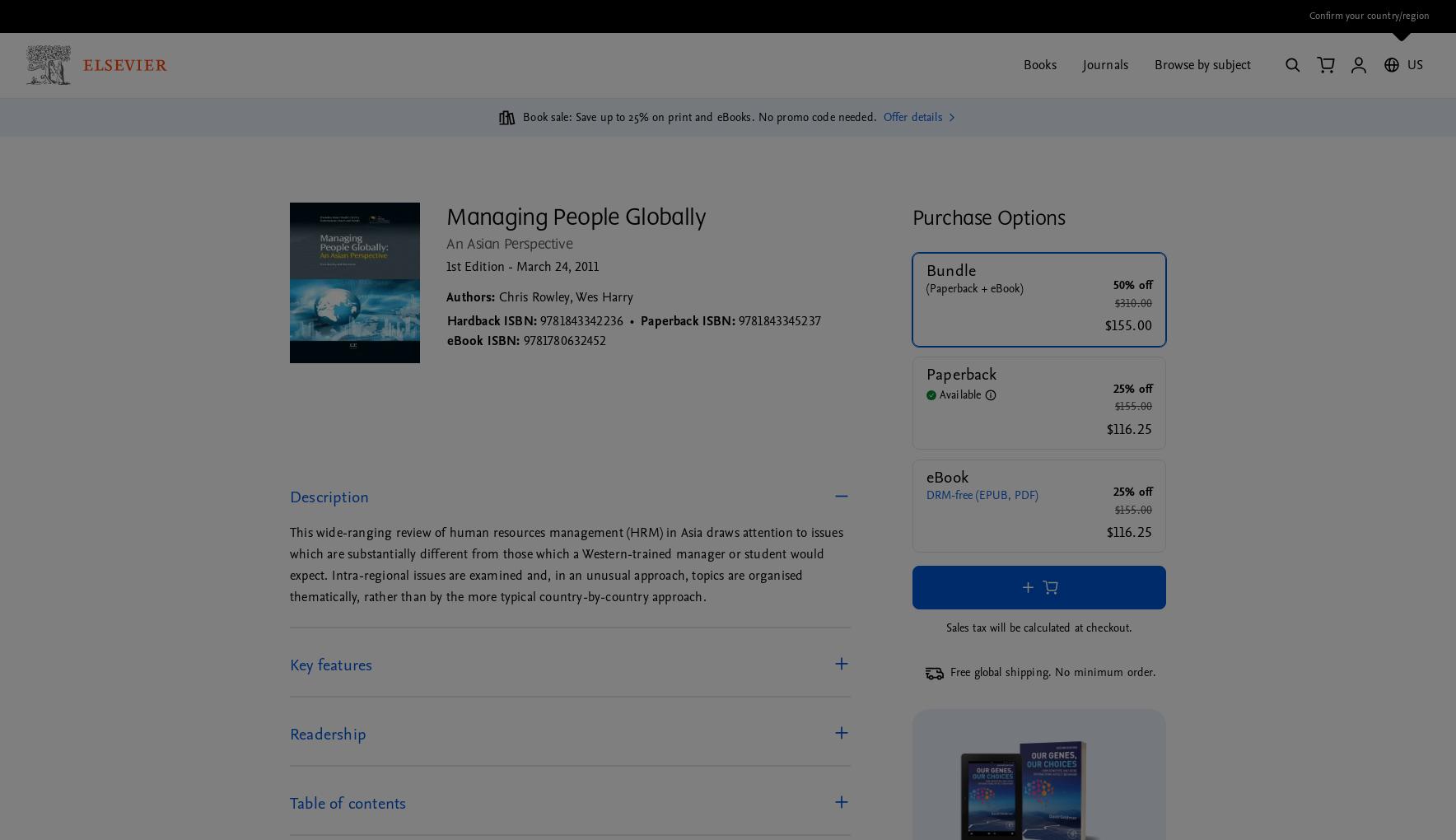  What do you see at coordinates (452, 266) in the screenshot?
I see `'1st'` at bounding box center [452, 266].